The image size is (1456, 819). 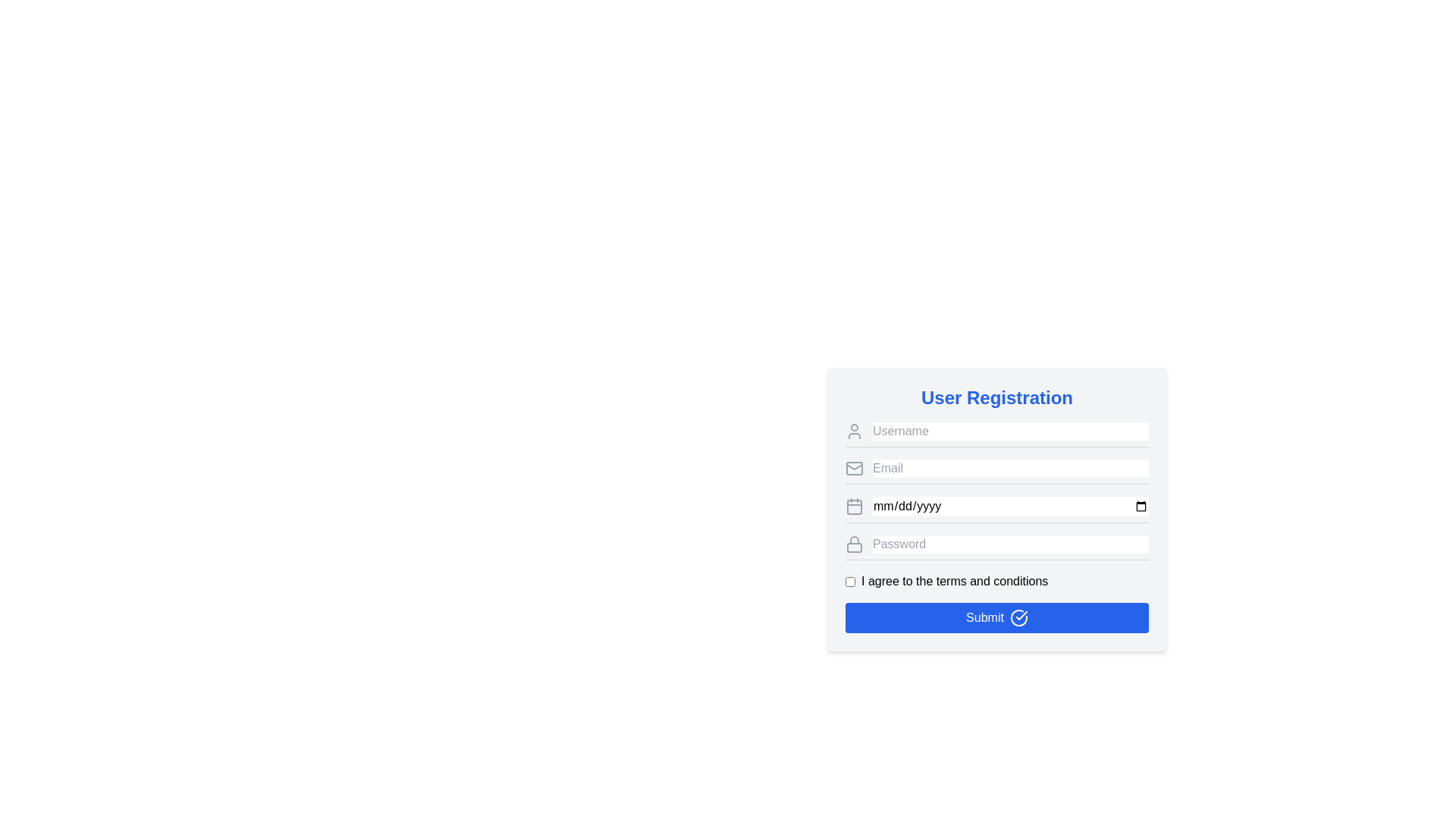 What do you see at coordinates (850, 581) in the screenshot?
I see `the checkbox that allows users to express consent to the terms and conditions, located to the left of the text 'I agree to the terms and conditions'` at bounding box center [850, 581].